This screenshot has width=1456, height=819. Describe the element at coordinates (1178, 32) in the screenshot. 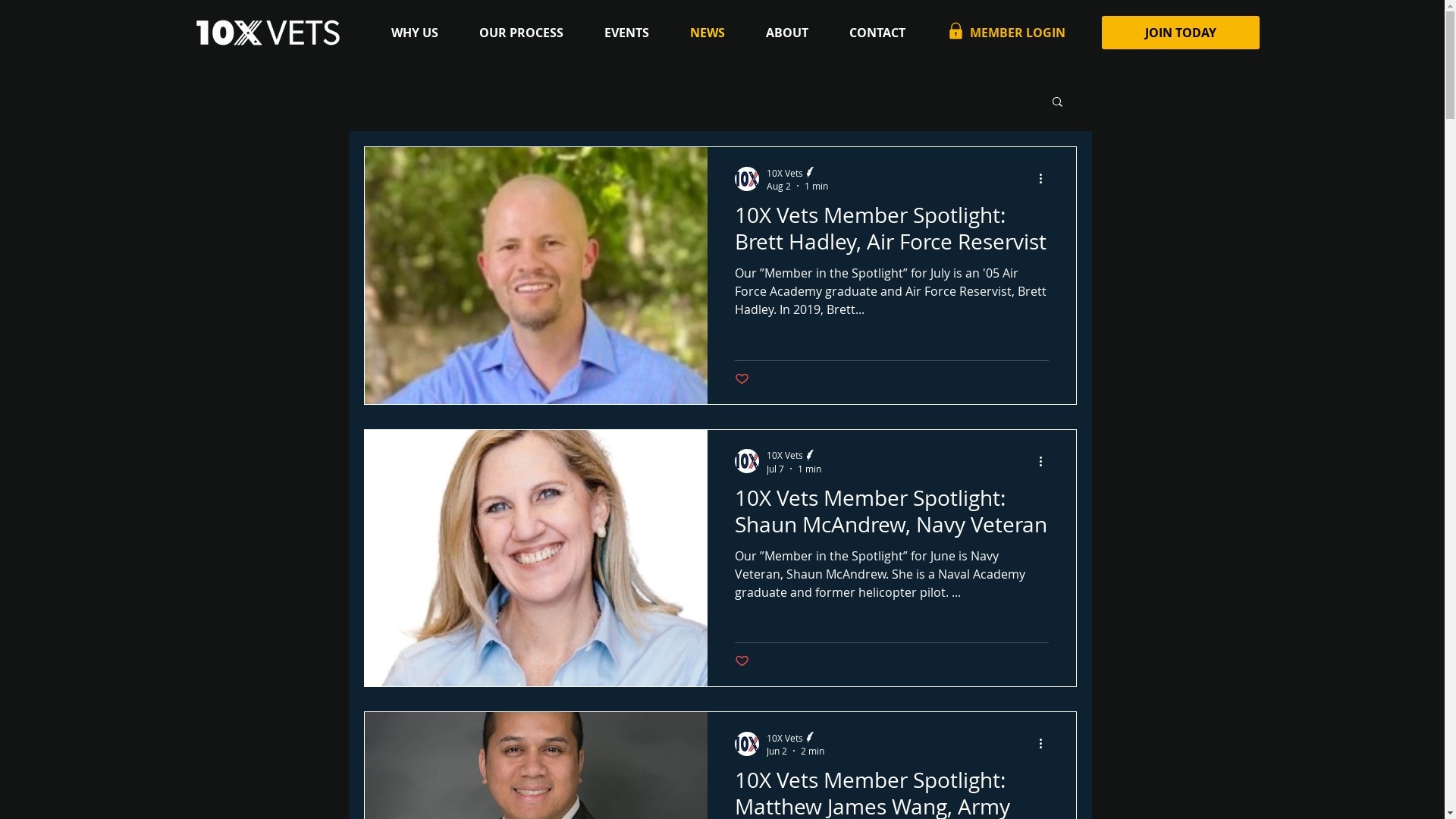

I see `'JOIN TODAY'` at that location.